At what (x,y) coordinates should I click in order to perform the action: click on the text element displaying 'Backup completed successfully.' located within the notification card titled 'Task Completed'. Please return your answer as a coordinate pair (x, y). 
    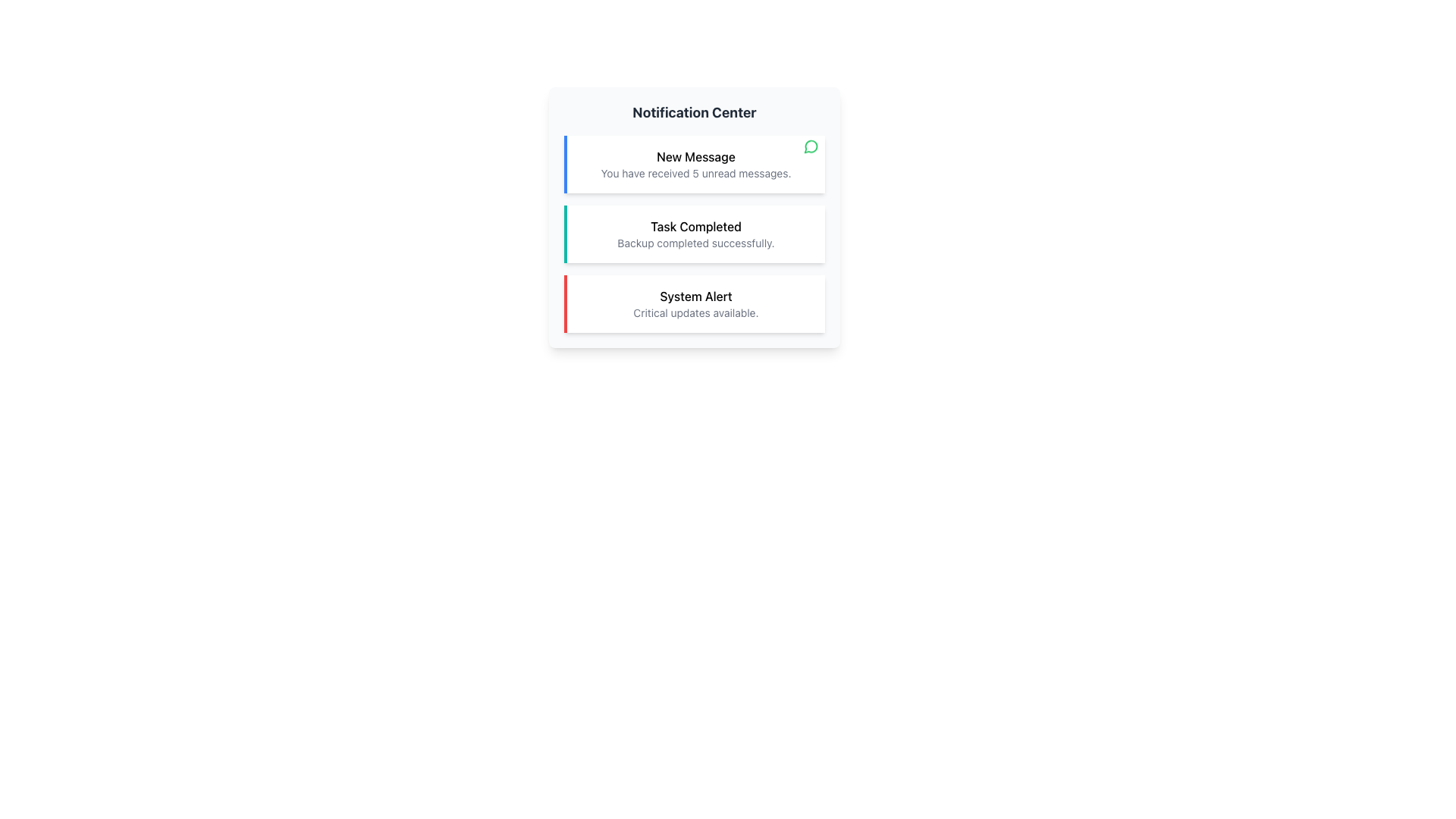
    Looking at the image, I should click on (695, 242).